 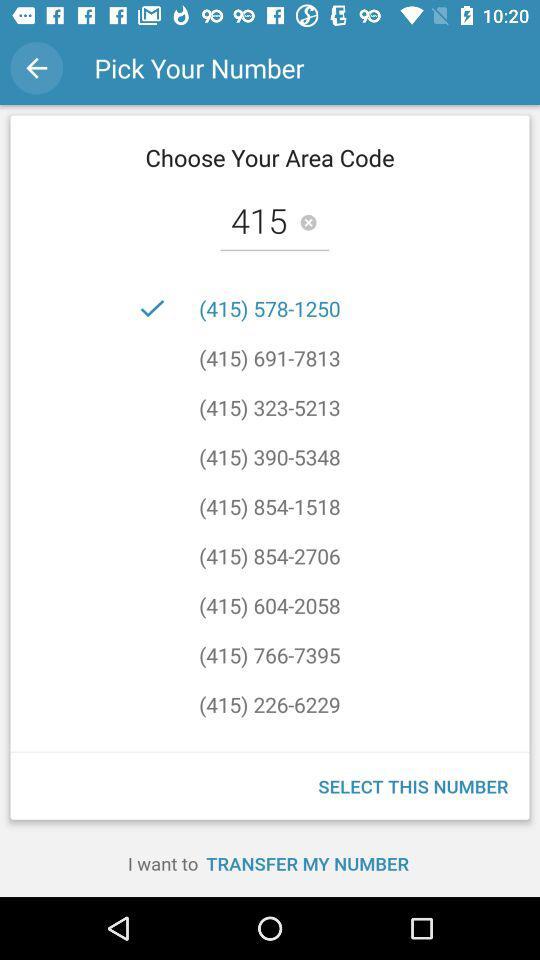 I want to click on transfer my number item, so click(x=307, y=862).